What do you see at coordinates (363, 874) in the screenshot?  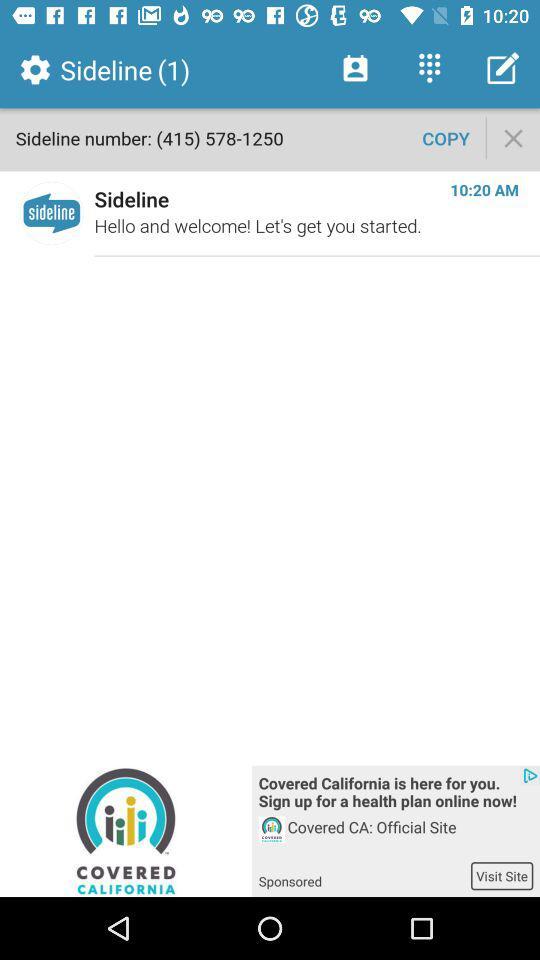 I see `icon to the left of visit site icon` at bounding box center [363, 874].